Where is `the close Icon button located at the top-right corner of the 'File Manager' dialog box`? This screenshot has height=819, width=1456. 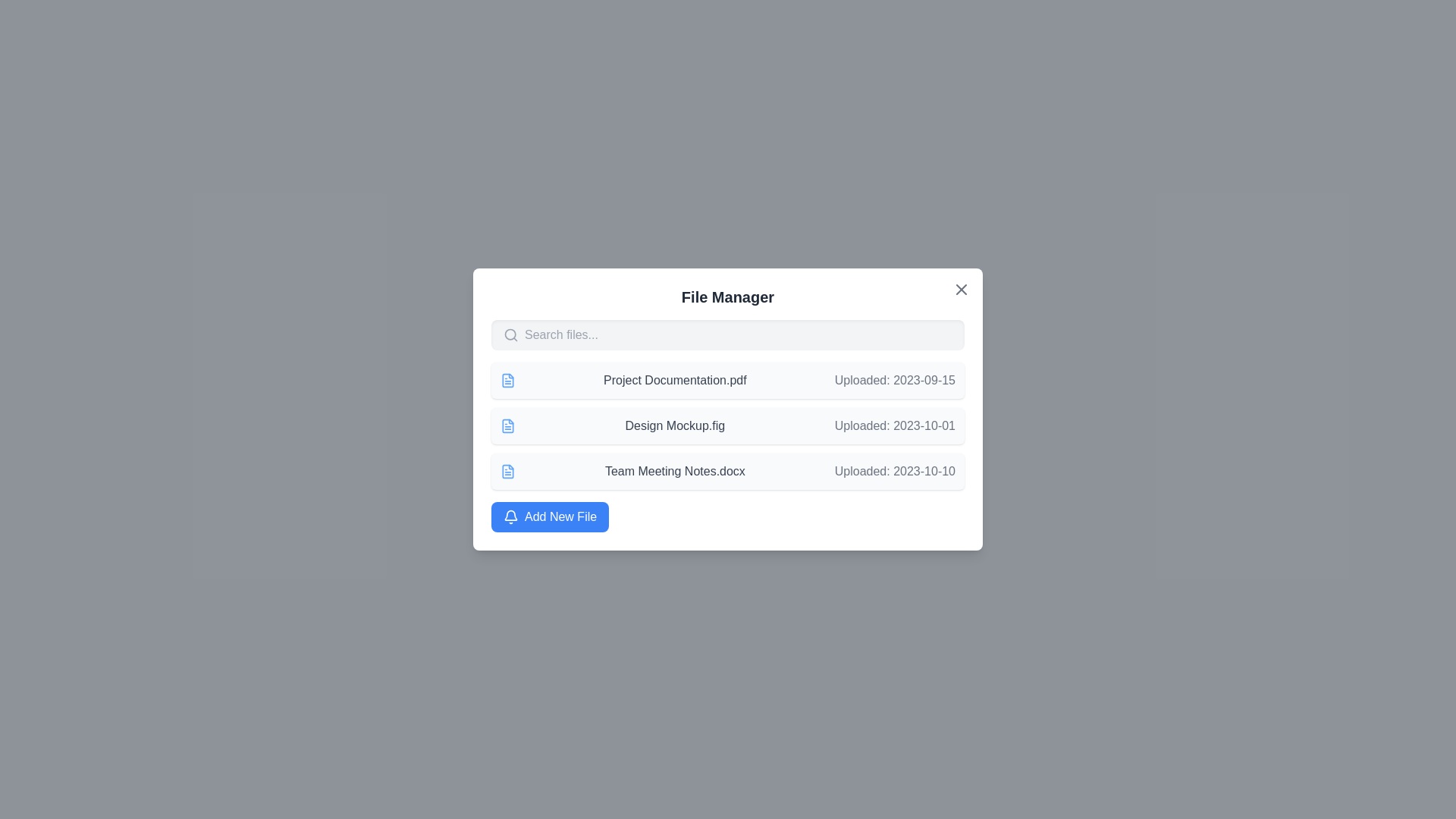
the close Icon button located at the top-right corner of the 'File Manager' dialog box is located at coordinates (960, 289).